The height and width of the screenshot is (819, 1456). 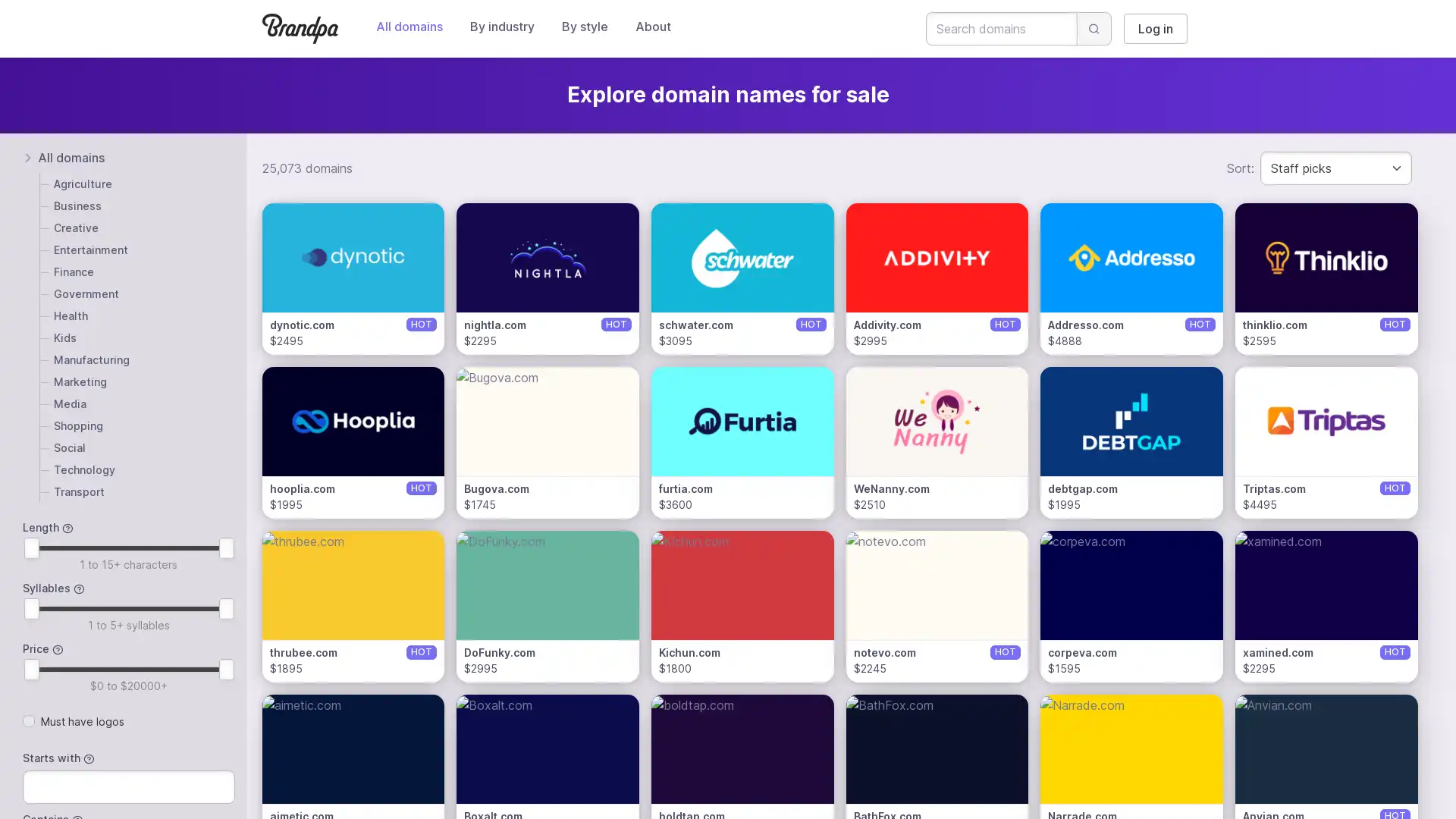 What do you see at coordinates (1094, 29) in the screenshot?
I see `Search` at bounding box center [1094, 29].